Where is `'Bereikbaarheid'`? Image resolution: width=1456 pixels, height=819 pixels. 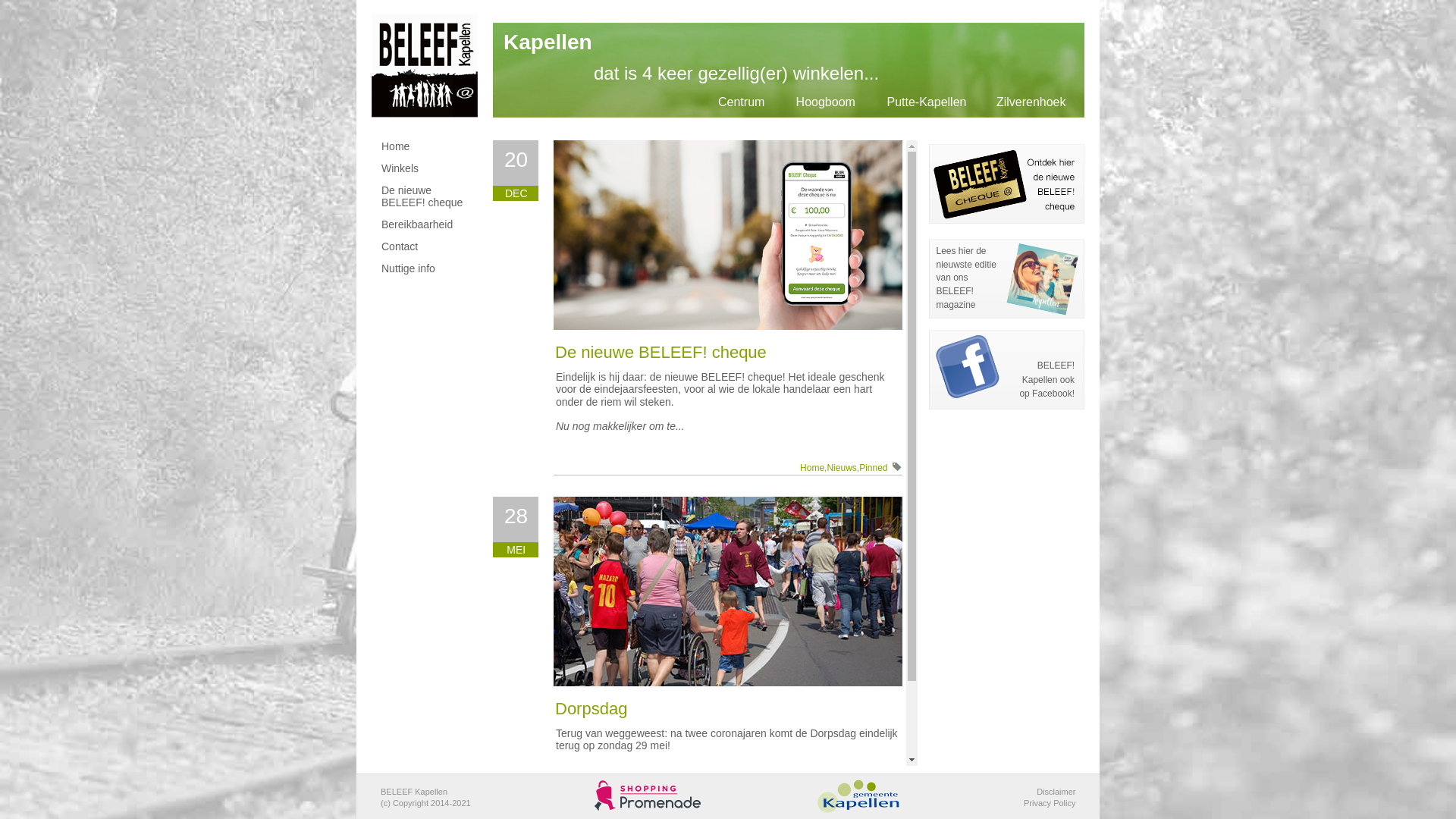 'Bereikbaarheid' is located at coordinates (378, 225).